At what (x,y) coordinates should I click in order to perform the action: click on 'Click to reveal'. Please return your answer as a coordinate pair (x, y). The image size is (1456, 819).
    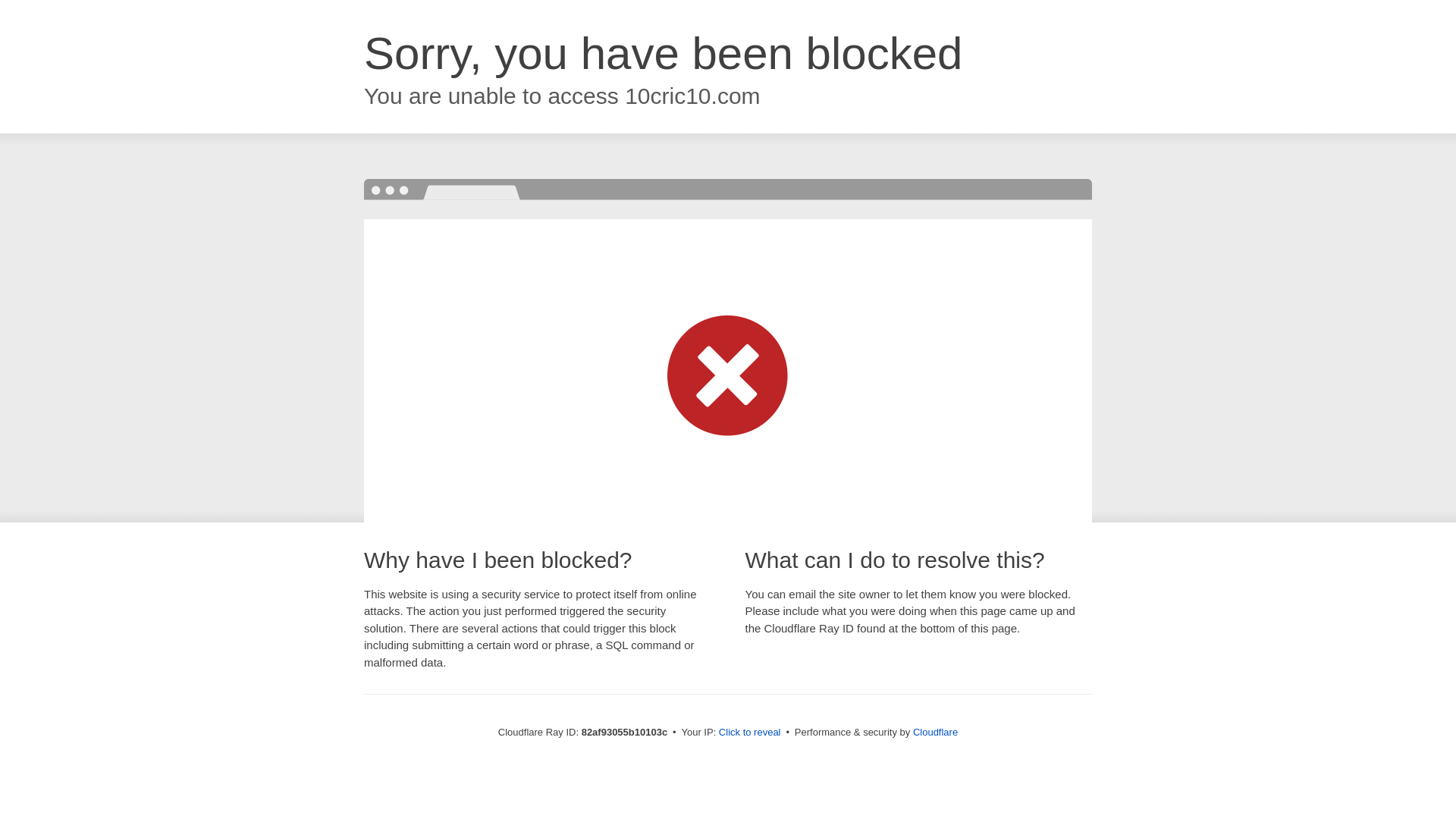
    Looking at the image, I should click on (718, 731).